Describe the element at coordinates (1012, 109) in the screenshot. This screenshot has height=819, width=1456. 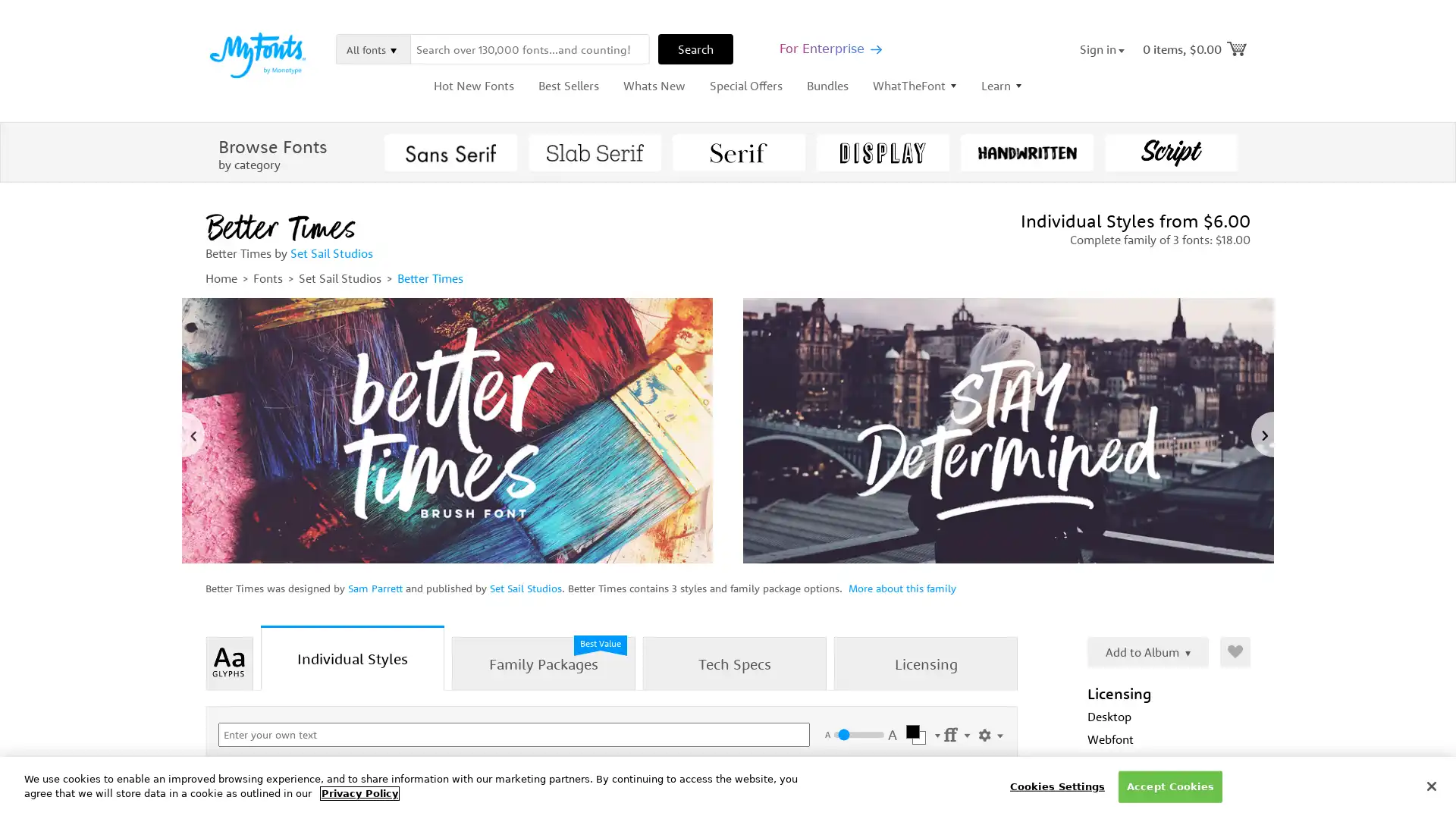
I see `Close` at that location.